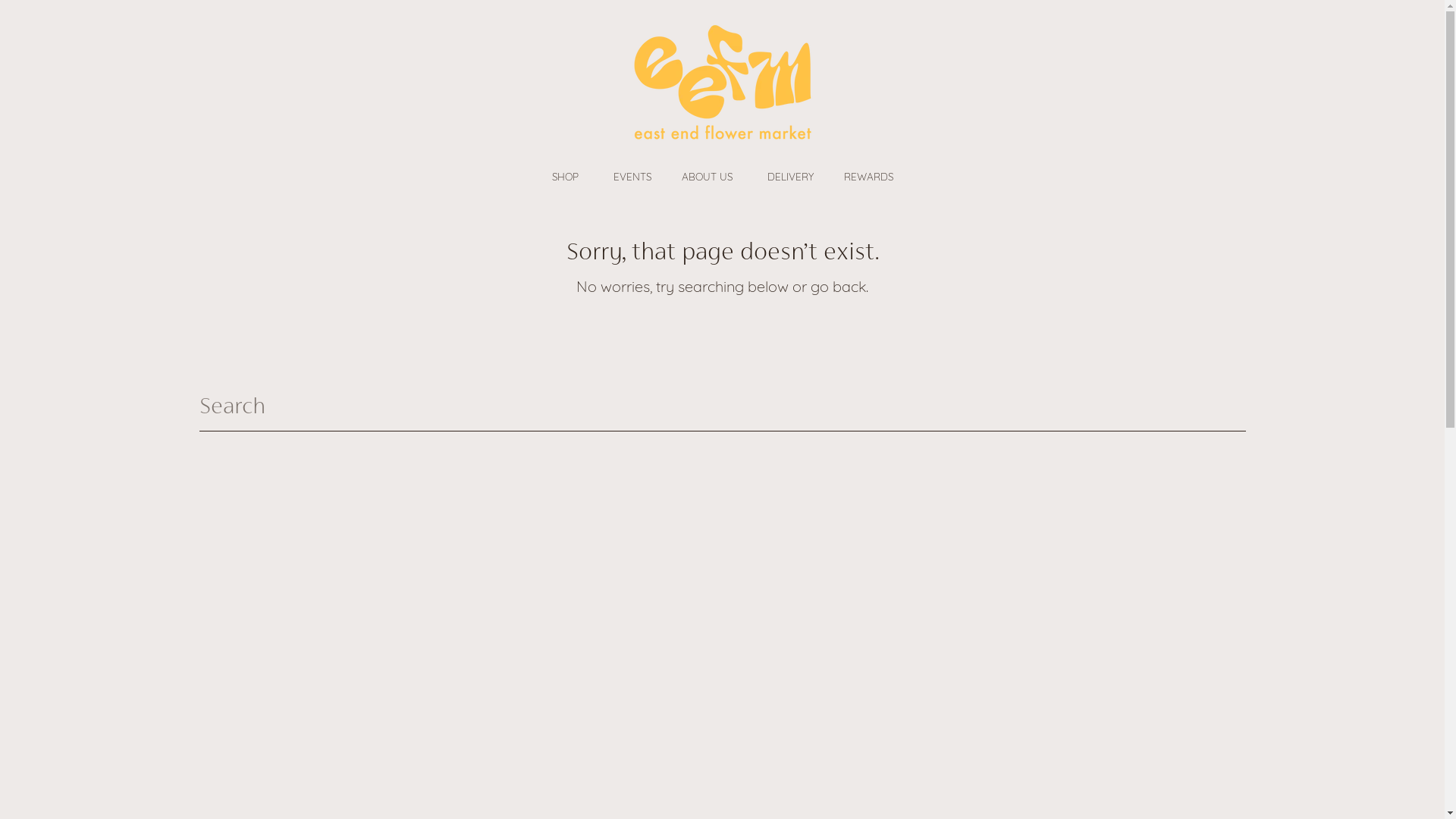 The width and height of the screenshot is (1456, 819). What do you see at coordinates (37, 22) in the screenshot?
I see `'SKIP TO CONTENT'` at bounding box center [37, 22].